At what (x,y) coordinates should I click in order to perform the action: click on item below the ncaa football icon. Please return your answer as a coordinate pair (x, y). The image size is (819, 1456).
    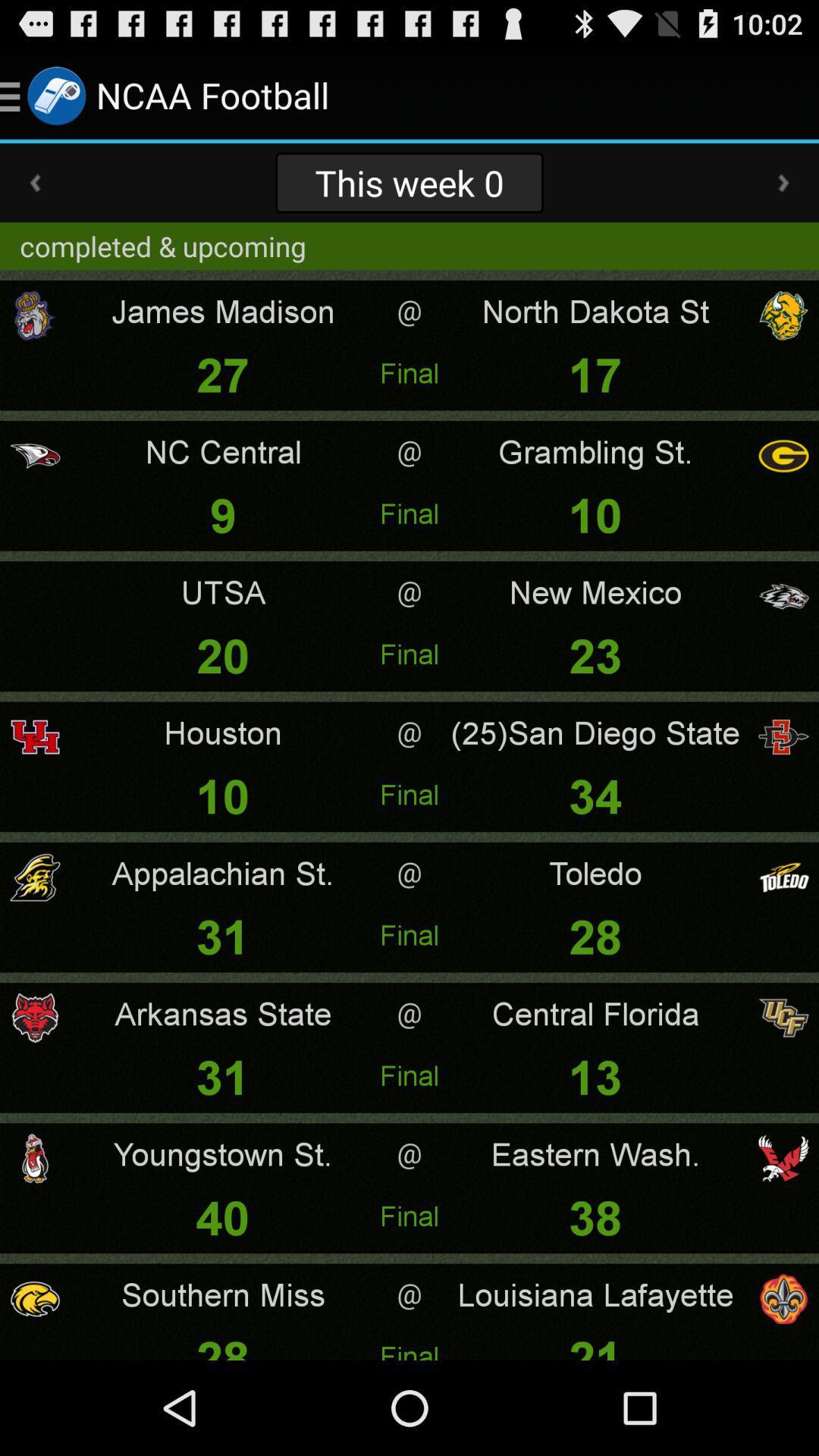
    Looking at the image, I should click on (409, 182).